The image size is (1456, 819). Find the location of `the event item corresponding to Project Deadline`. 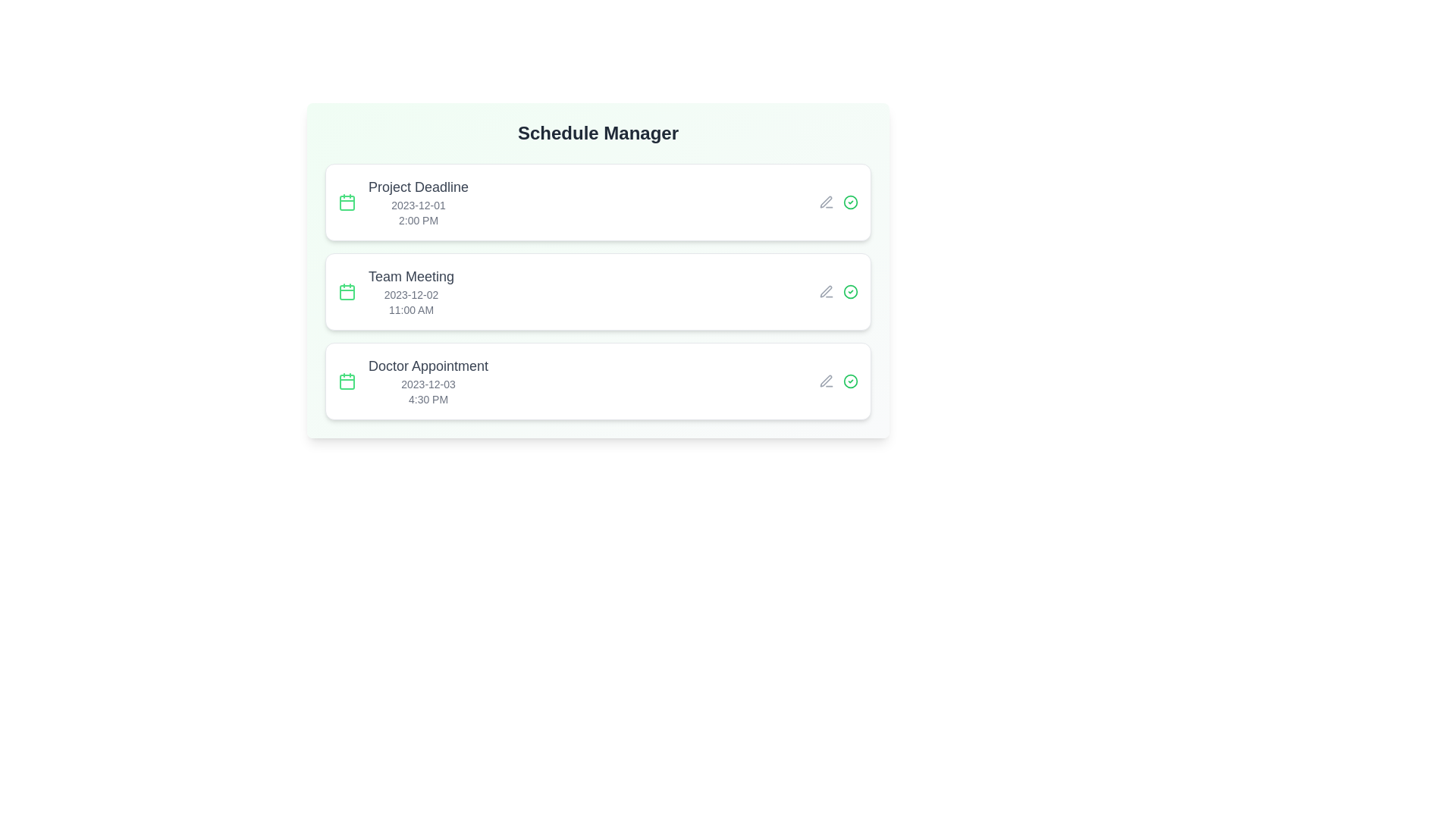

the event item corresponding to Project Deadline is located at coordinates (597, 201).